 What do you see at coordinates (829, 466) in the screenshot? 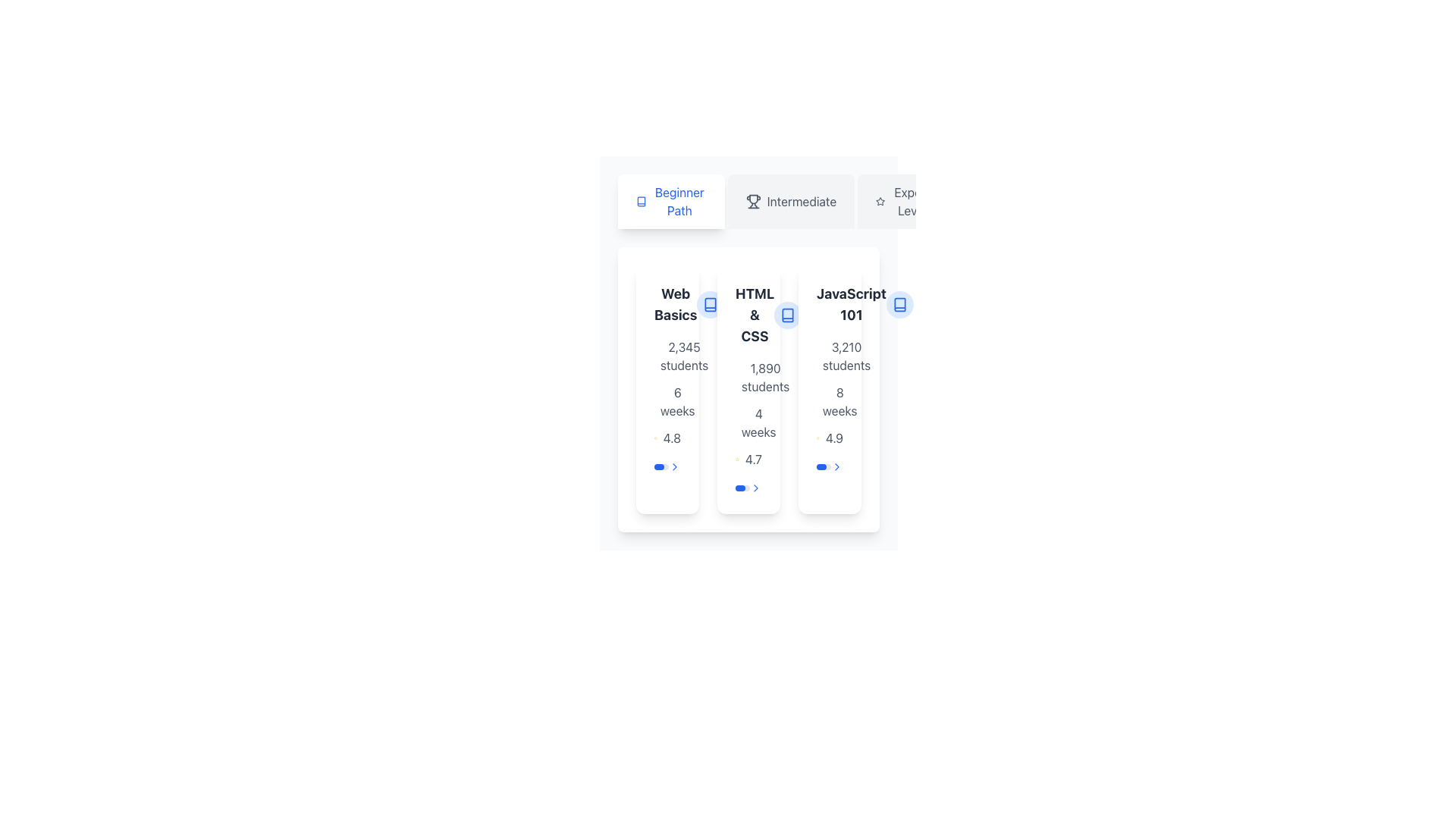
I see `the progress bar located at the bottom of the 'JavaScript 101' course card, just above its lower boundary, to potentially trigger dynamic functionality` at bounding box center [829, 466].